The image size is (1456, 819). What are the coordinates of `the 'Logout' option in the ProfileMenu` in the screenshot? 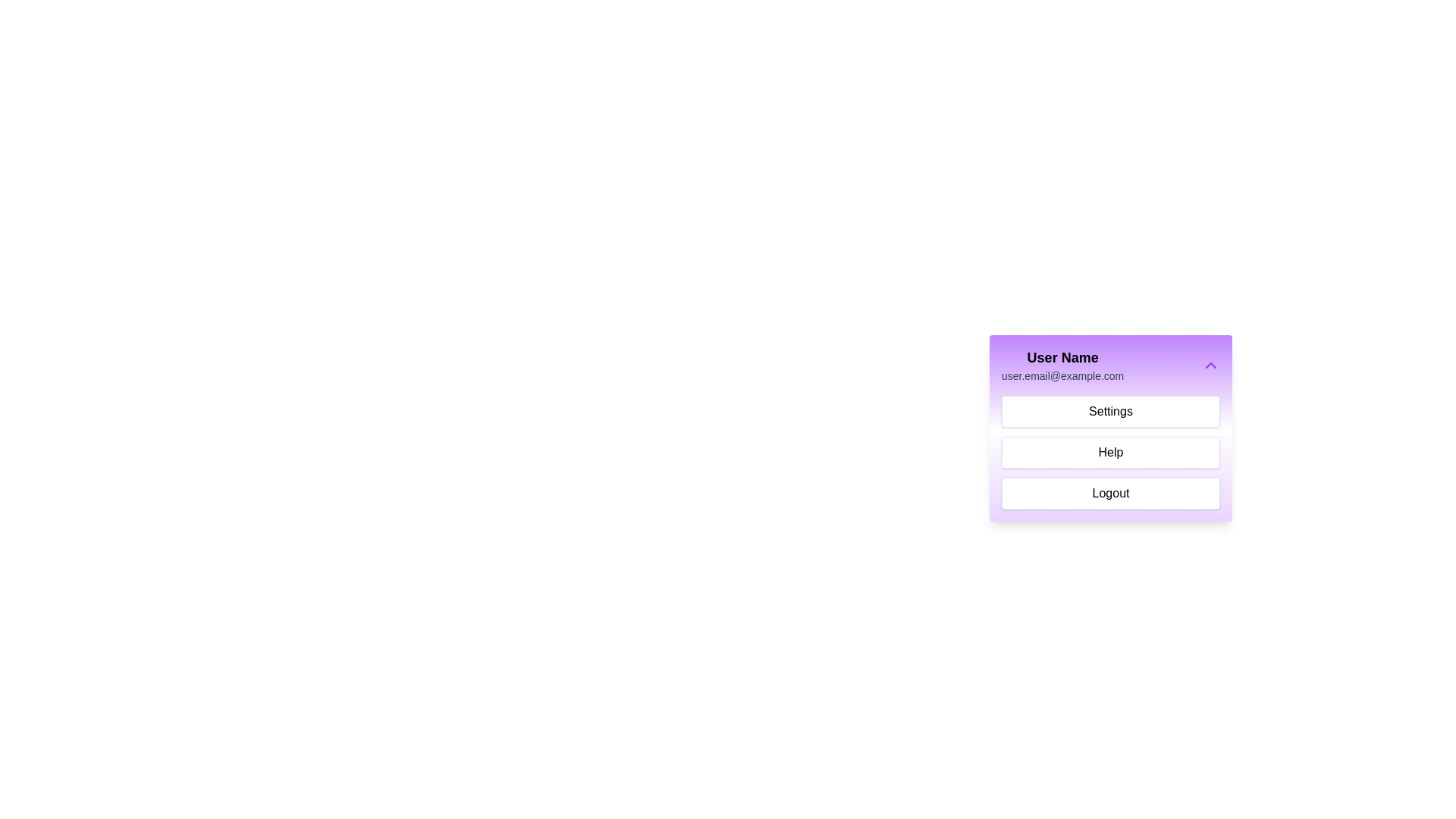 It's located at (1110, 494).